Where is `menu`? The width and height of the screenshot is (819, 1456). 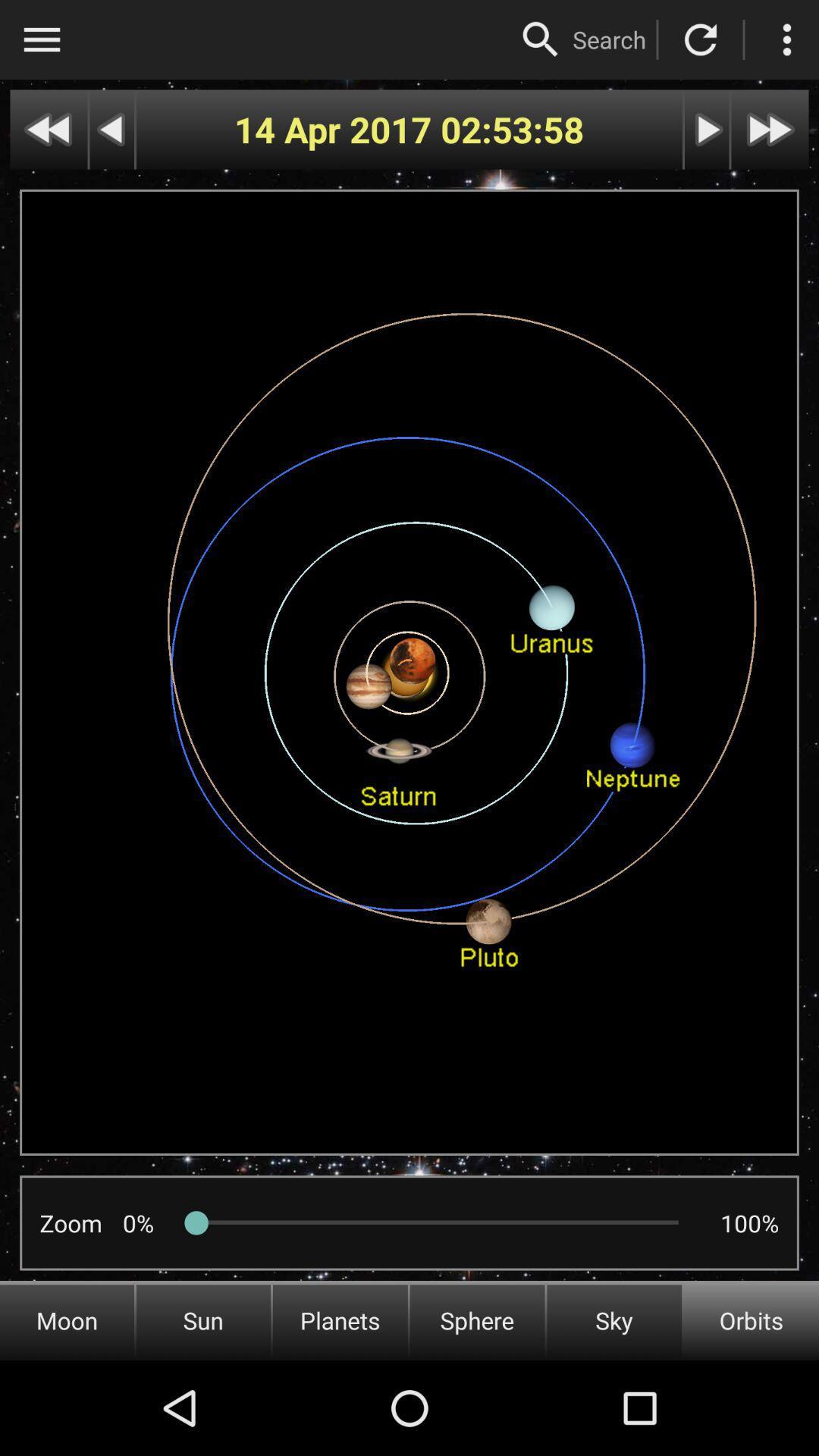
menu is located at coordinates (41, 39).